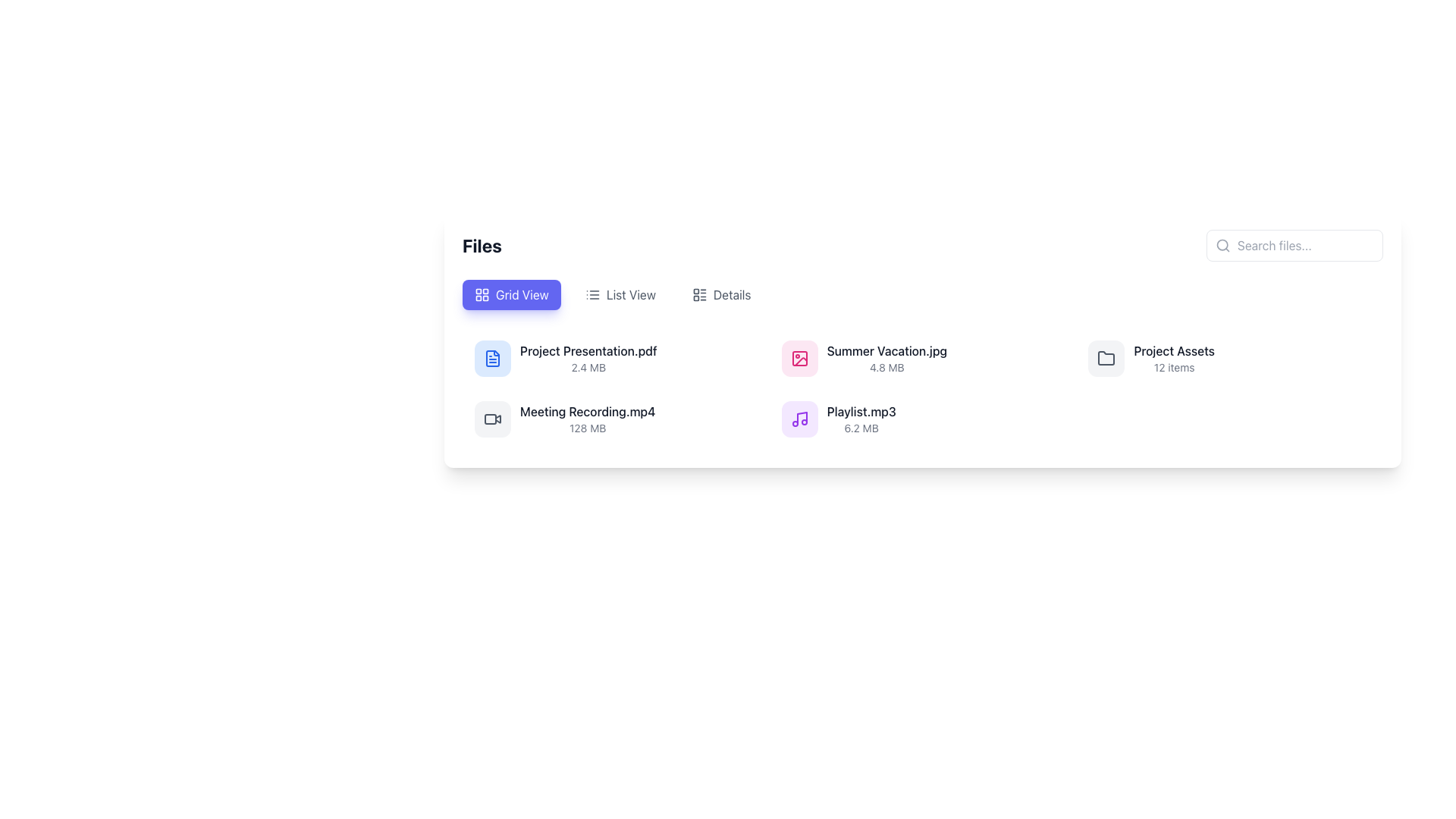 Image resolution: width=1456 pixels, height=819 pixels. Describe the element at coordinates (799, 359) in the screenshot. I see `the pink icon with a picture frame motif representing the file 'Summer Vacation.jpg', which is positioned next to the filename and file size in a grid layout` at that location.